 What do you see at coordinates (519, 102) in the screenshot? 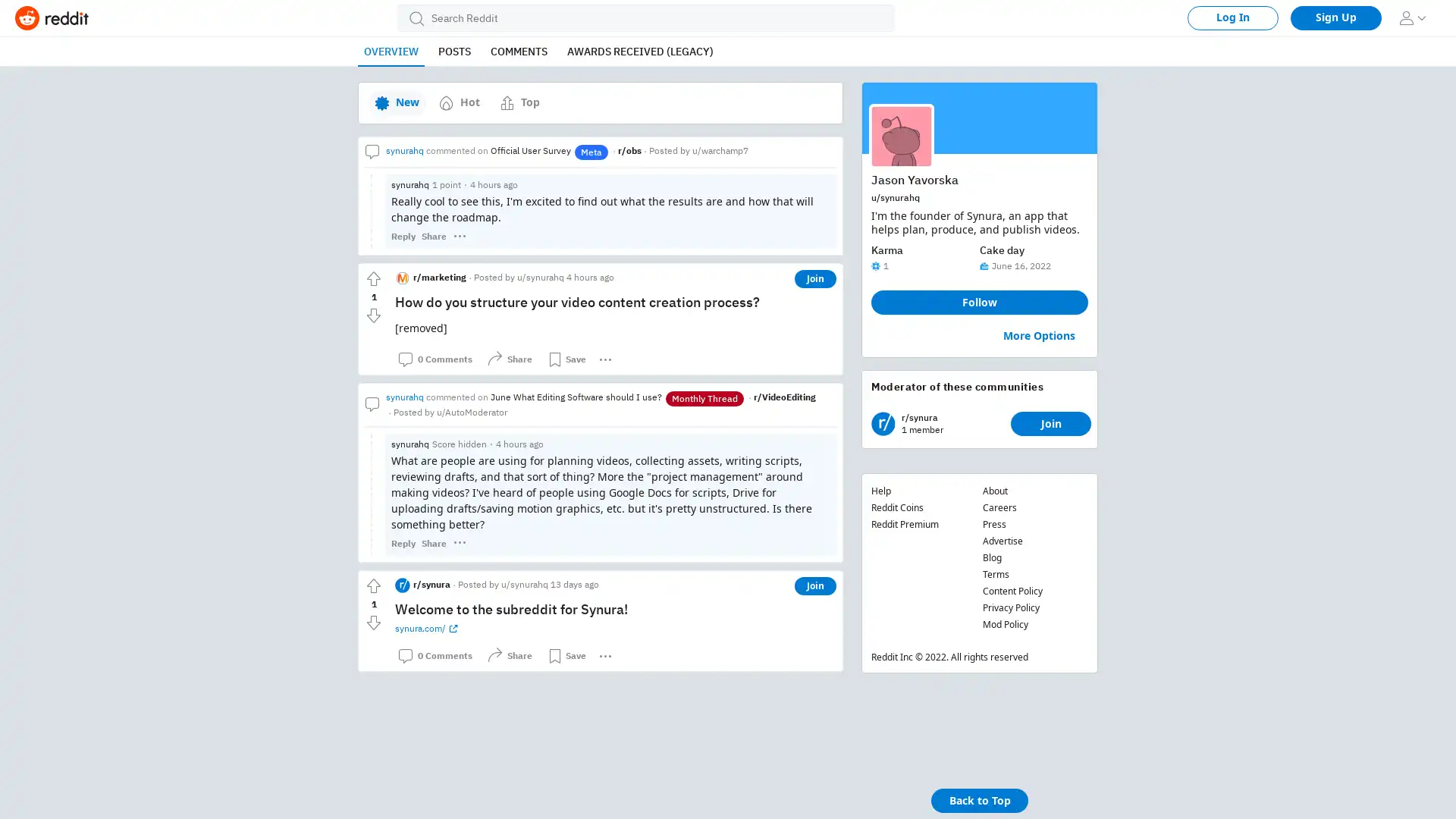
I see `Top` at bounding box center [519, 102].